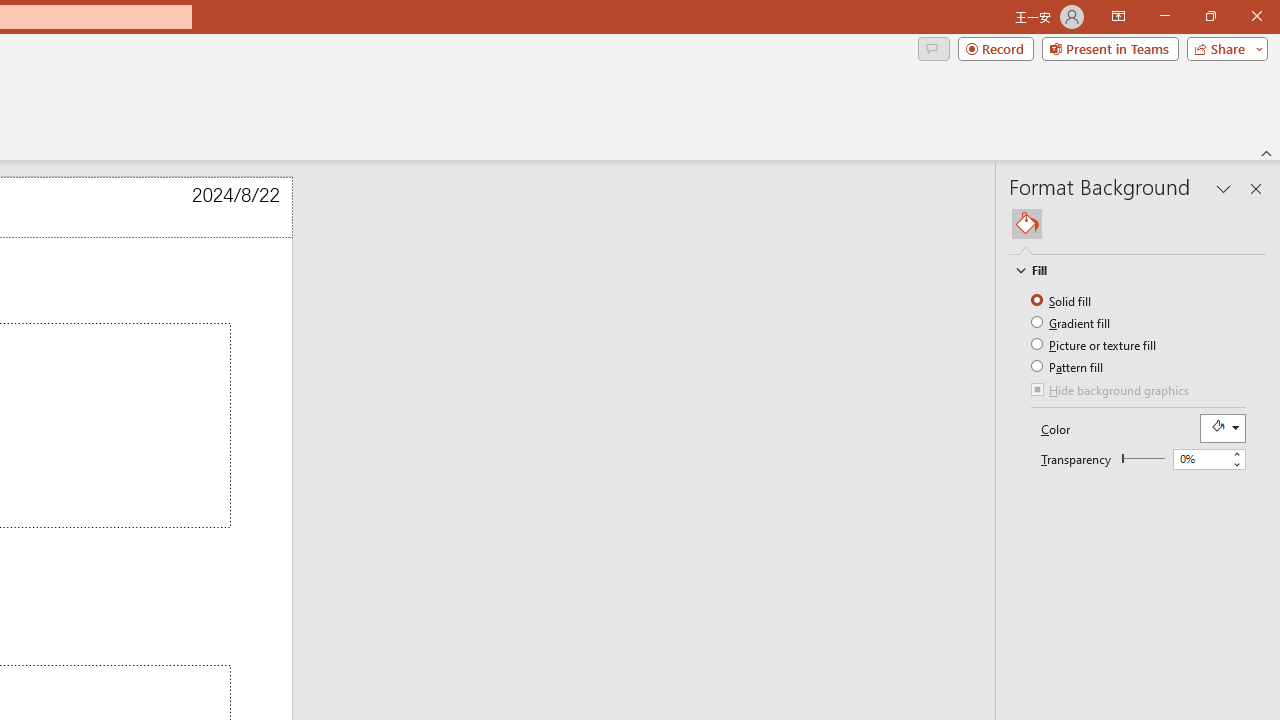 Image resolution: width=1280 pixels, height=720 pixels. I want to click on 'More', so click(1235, 454).